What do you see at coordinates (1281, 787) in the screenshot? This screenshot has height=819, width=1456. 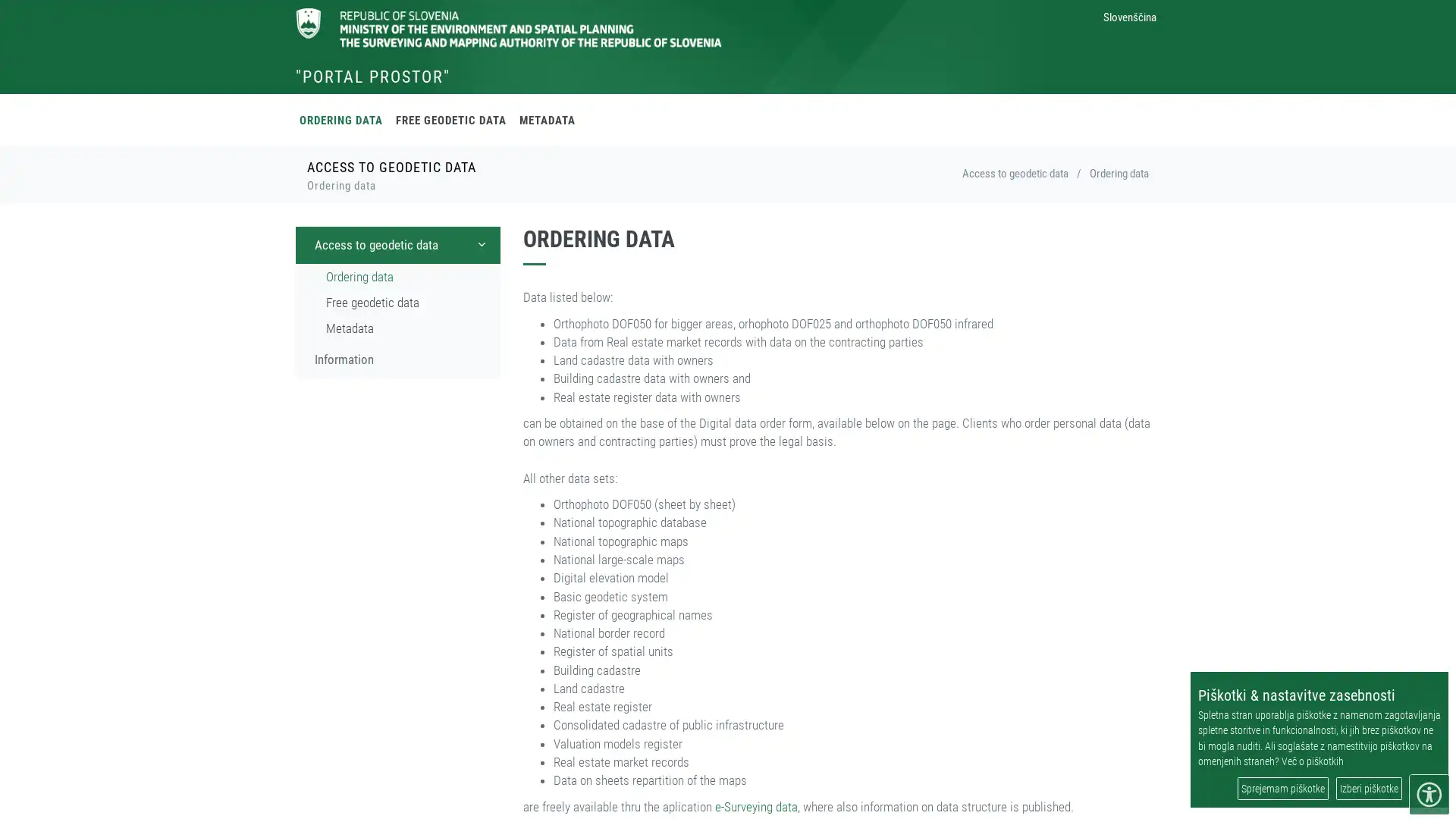 I see `Sprejemam piskotke` at bounding box center [1281, 787].